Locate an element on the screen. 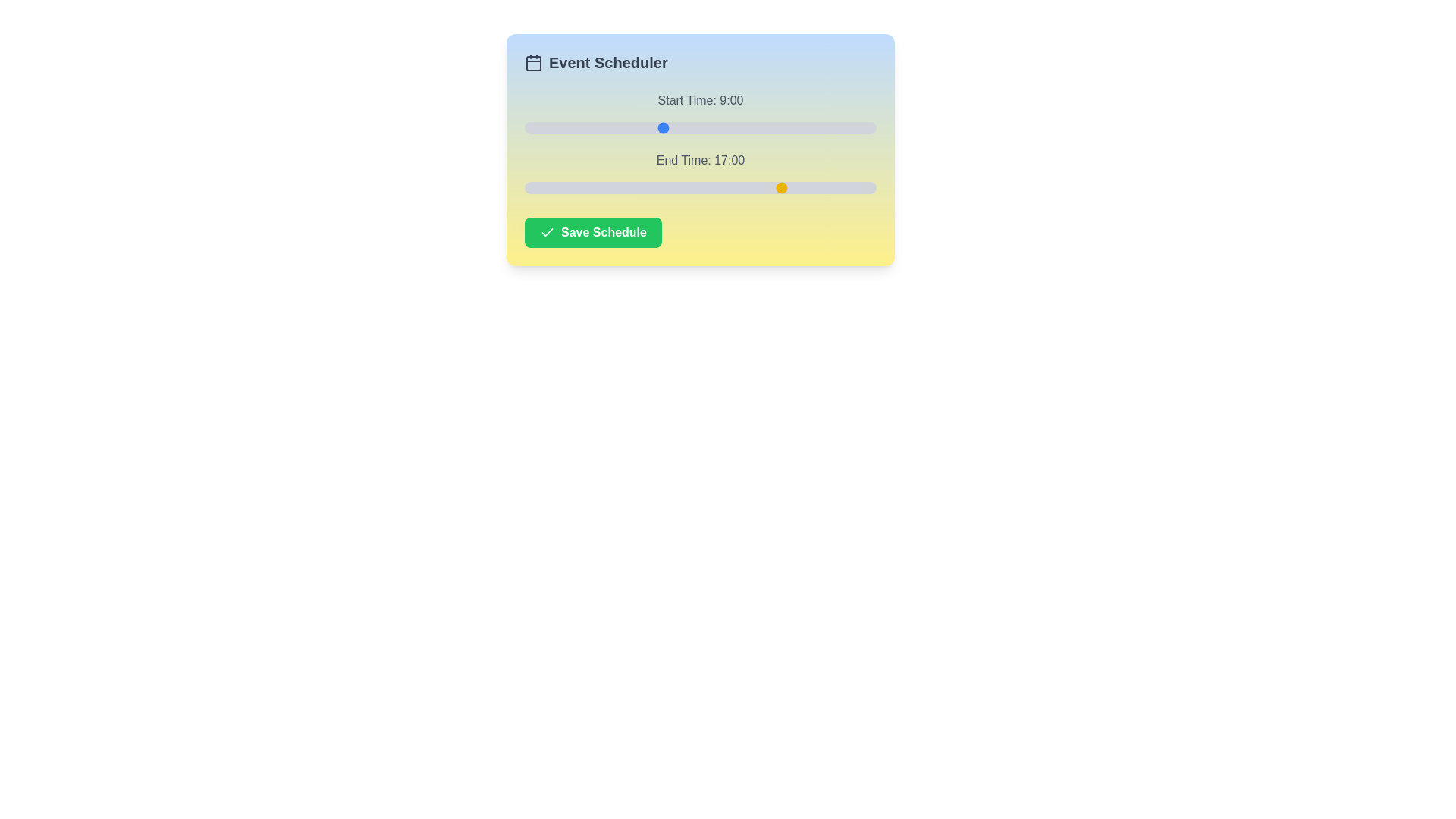 This screenshot has width=1456, height=819. the end time slider to 4 is located at coordinates (585, 187).